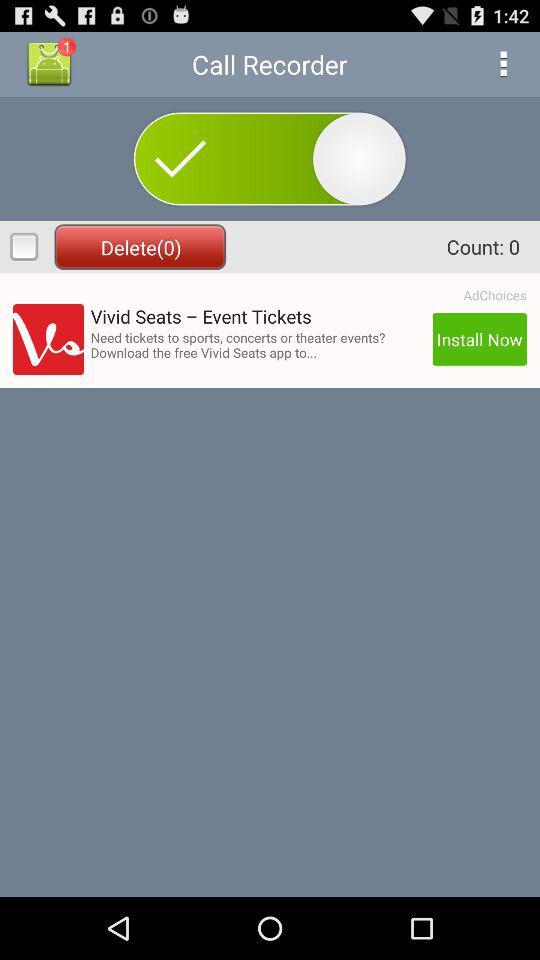 This screenshot has height=960, width=540. Describe the element at coordinates (49, 64) in the screenshot. I see `the button above delete(0)` at that location.